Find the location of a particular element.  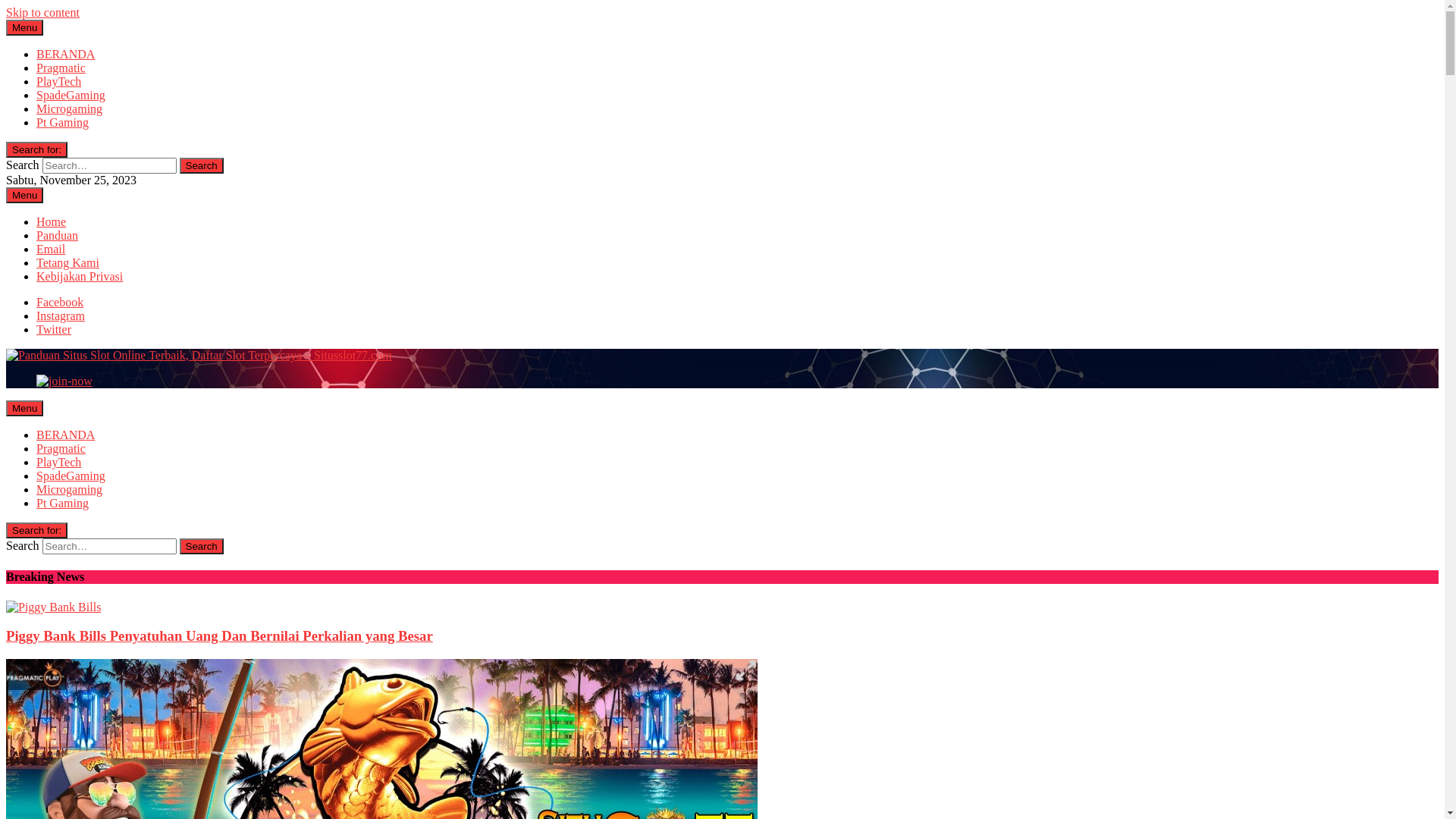

'Pragmatic' is located at coordinates (61, 447).